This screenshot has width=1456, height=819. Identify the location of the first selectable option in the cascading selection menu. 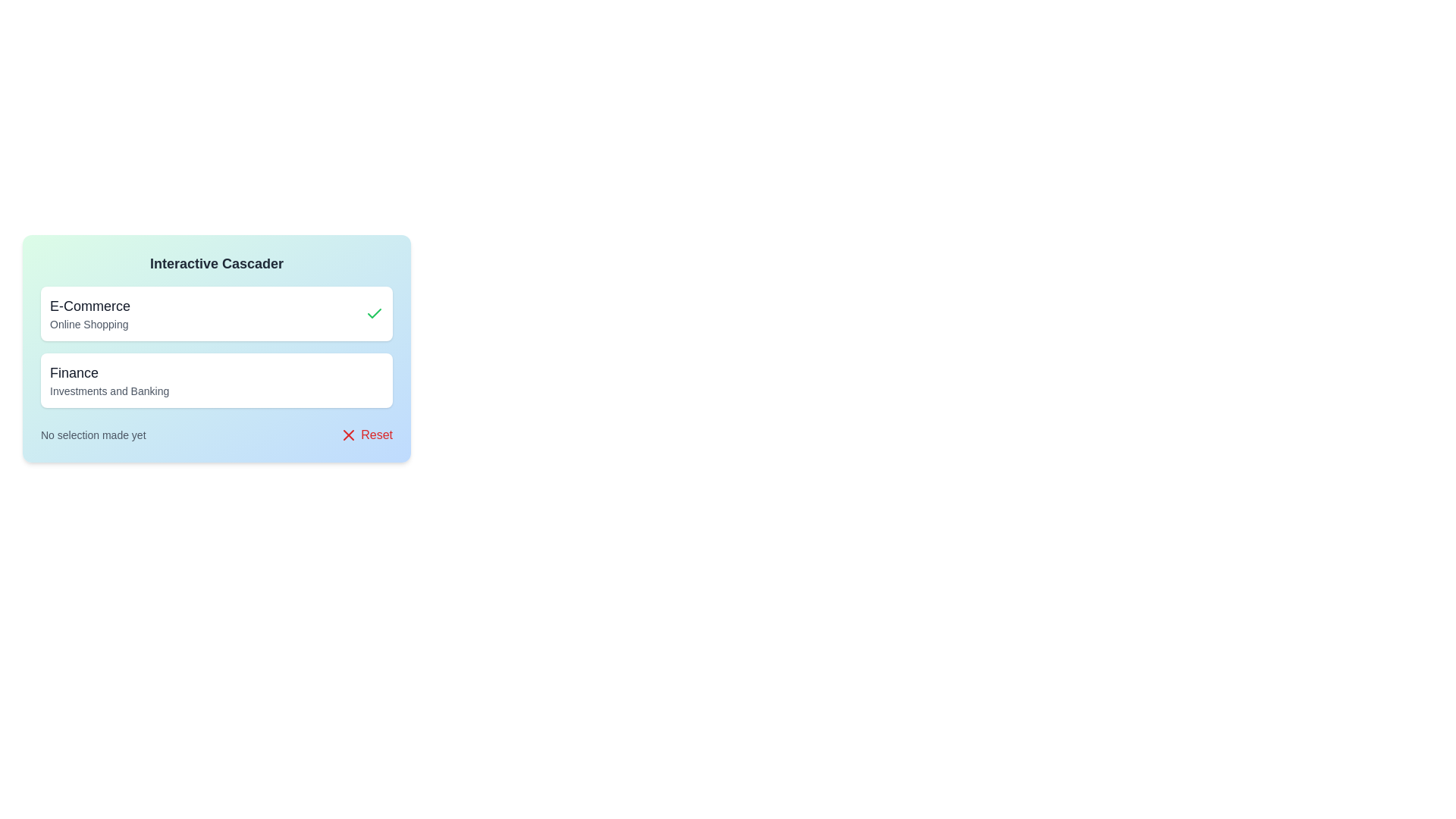
(216, 312).